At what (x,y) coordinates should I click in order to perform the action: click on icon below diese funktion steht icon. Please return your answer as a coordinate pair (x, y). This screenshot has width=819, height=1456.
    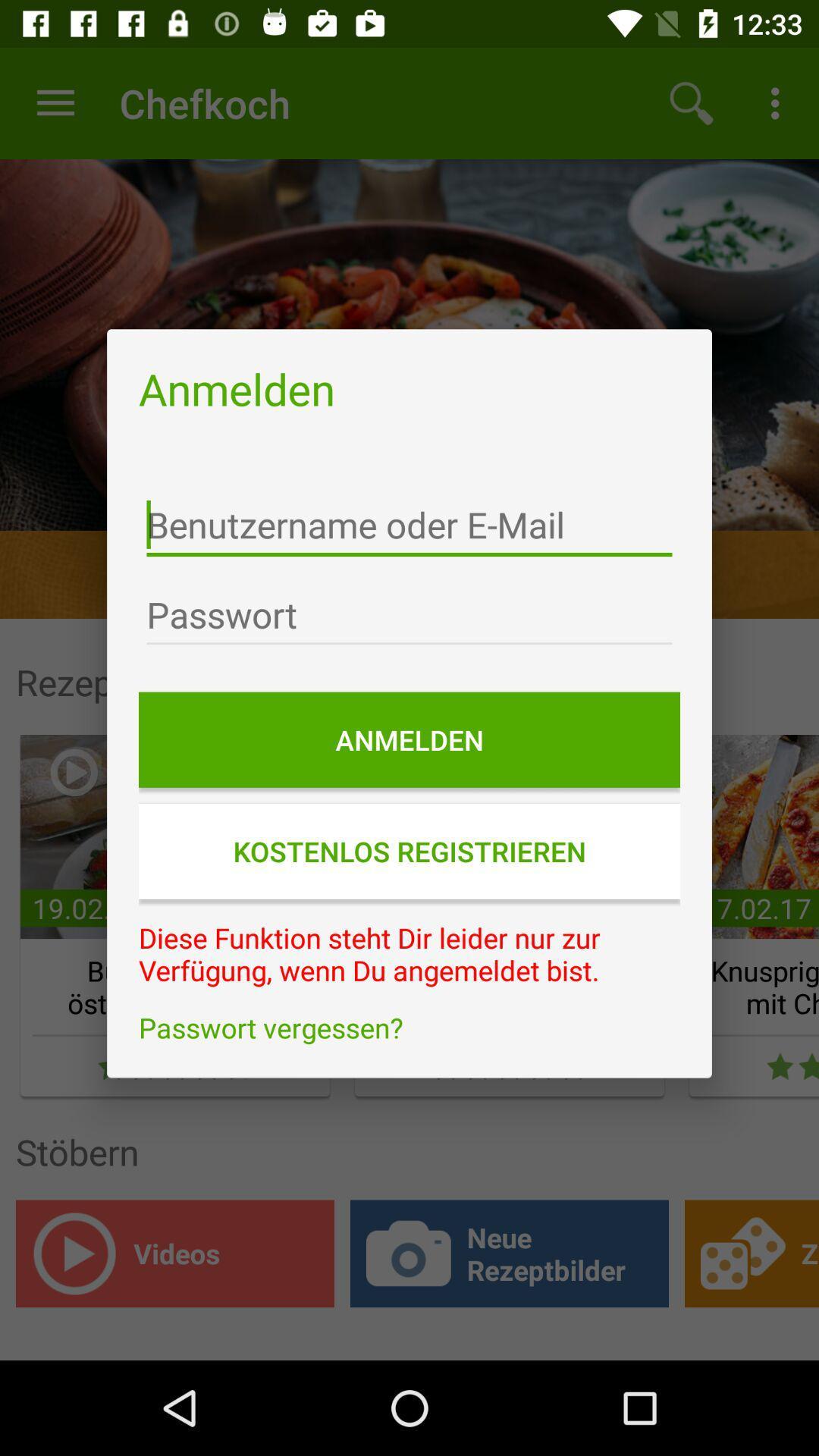
    Looking at the image, I should click on (409, 1028).